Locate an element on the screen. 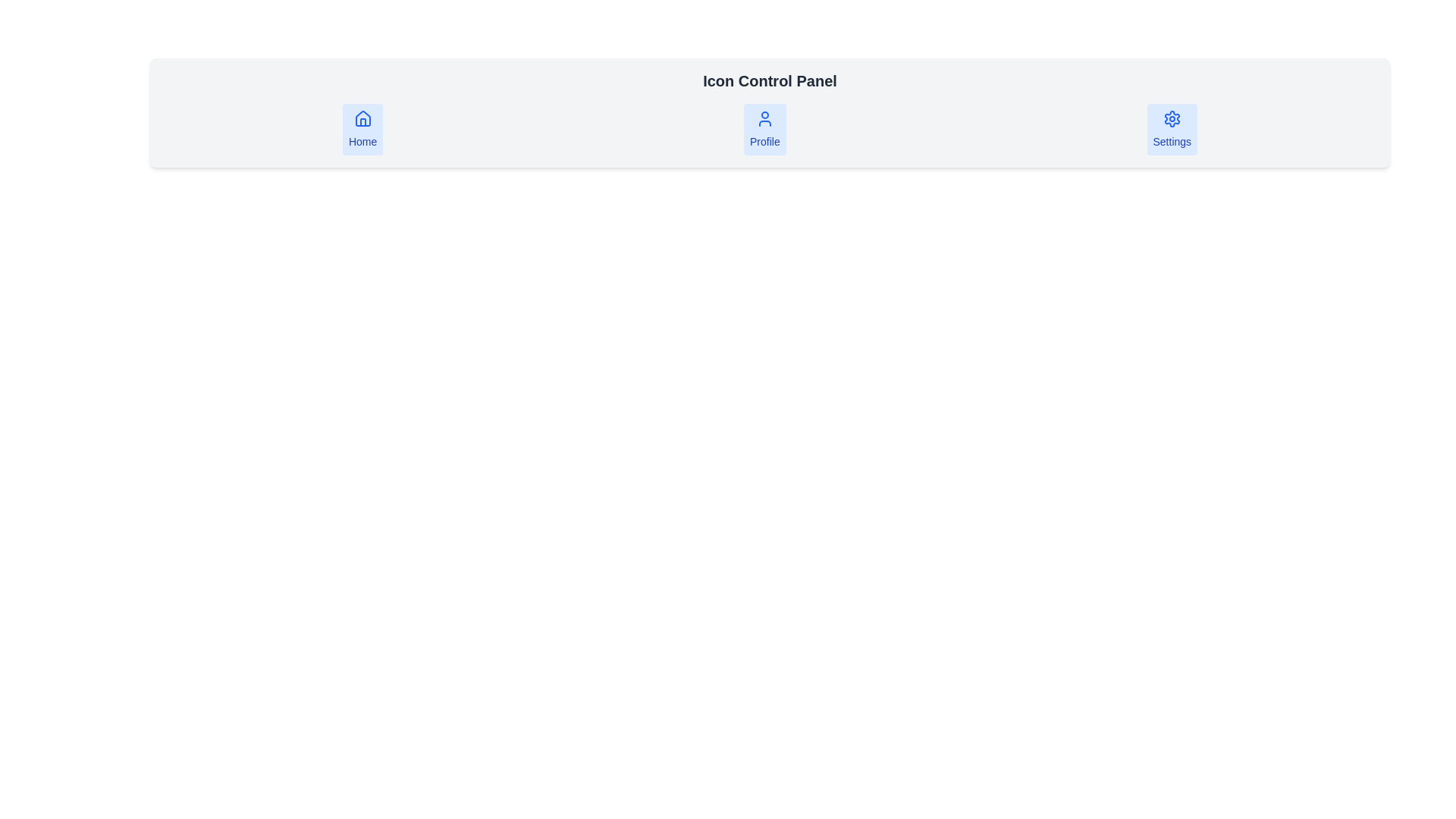 The width and height of the screenshot is (1456, 819). the Profile button located centrally among three buttons (Home on the left and Settings on the right) is located at coordinates (764, 128).